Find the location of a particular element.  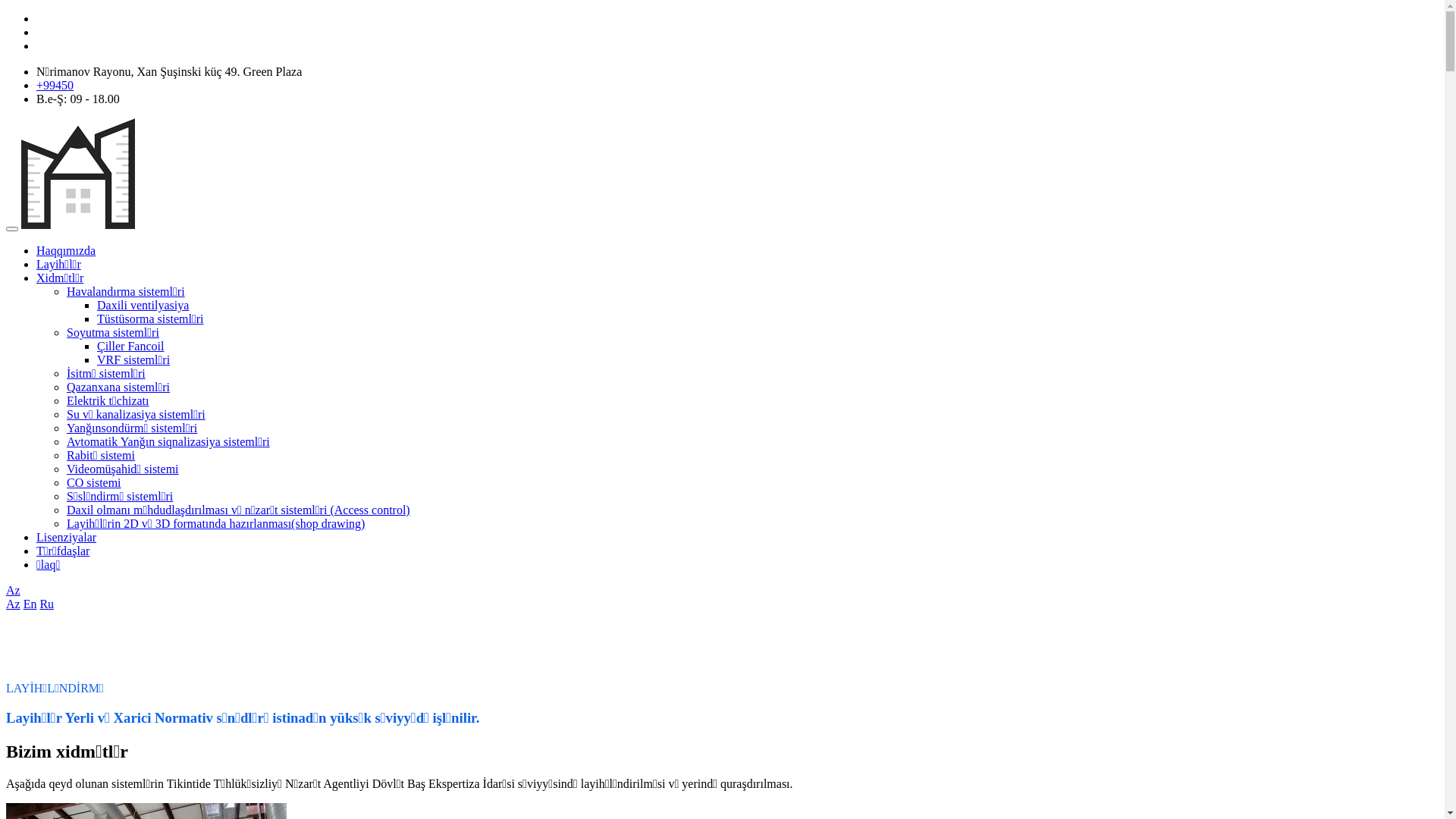

'En' is located at coordinates (30, 603).